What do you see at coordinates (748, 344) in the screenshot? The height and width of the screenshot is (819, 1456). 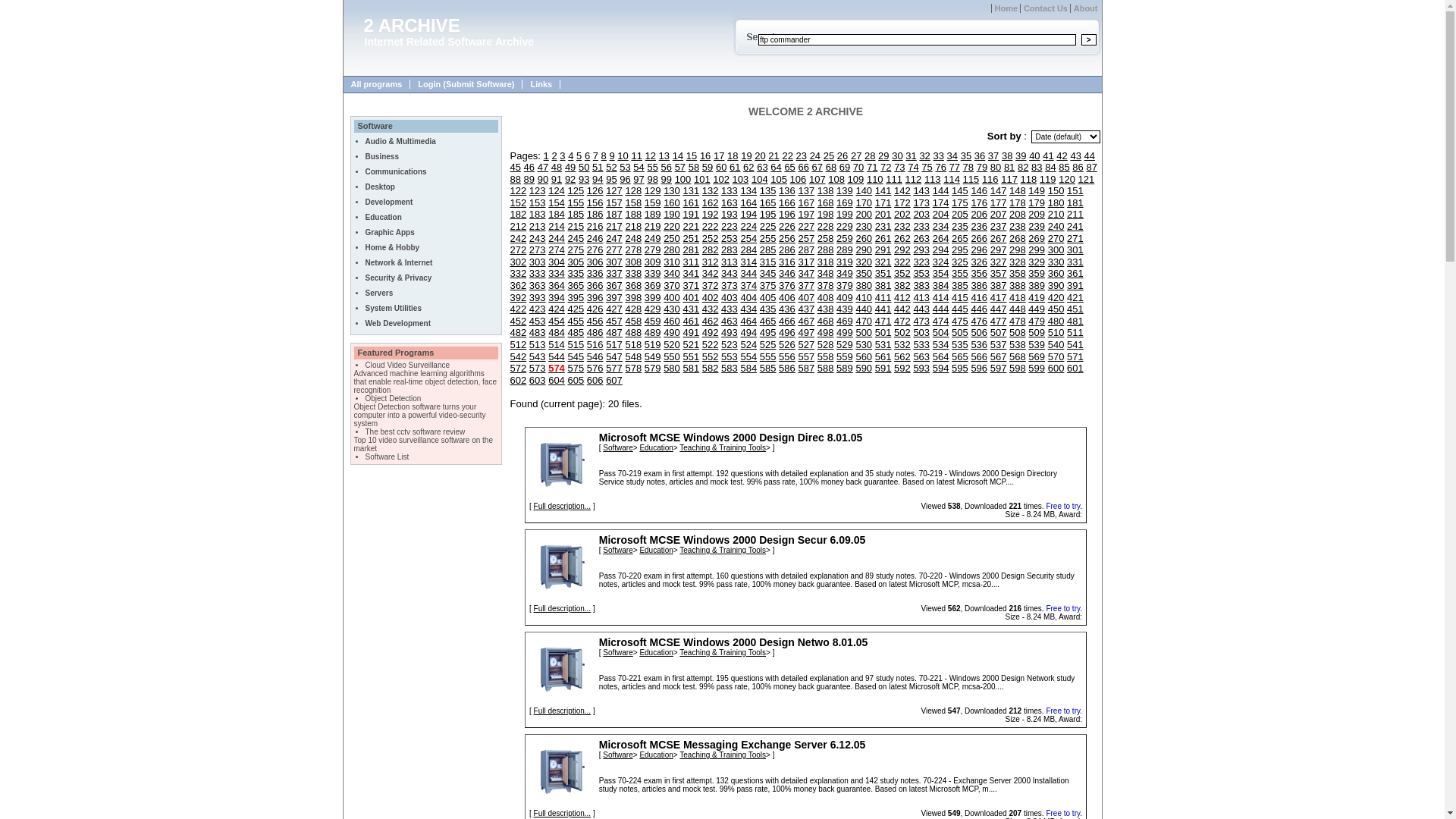 I see `'524'` at bounding box center [748, 344].